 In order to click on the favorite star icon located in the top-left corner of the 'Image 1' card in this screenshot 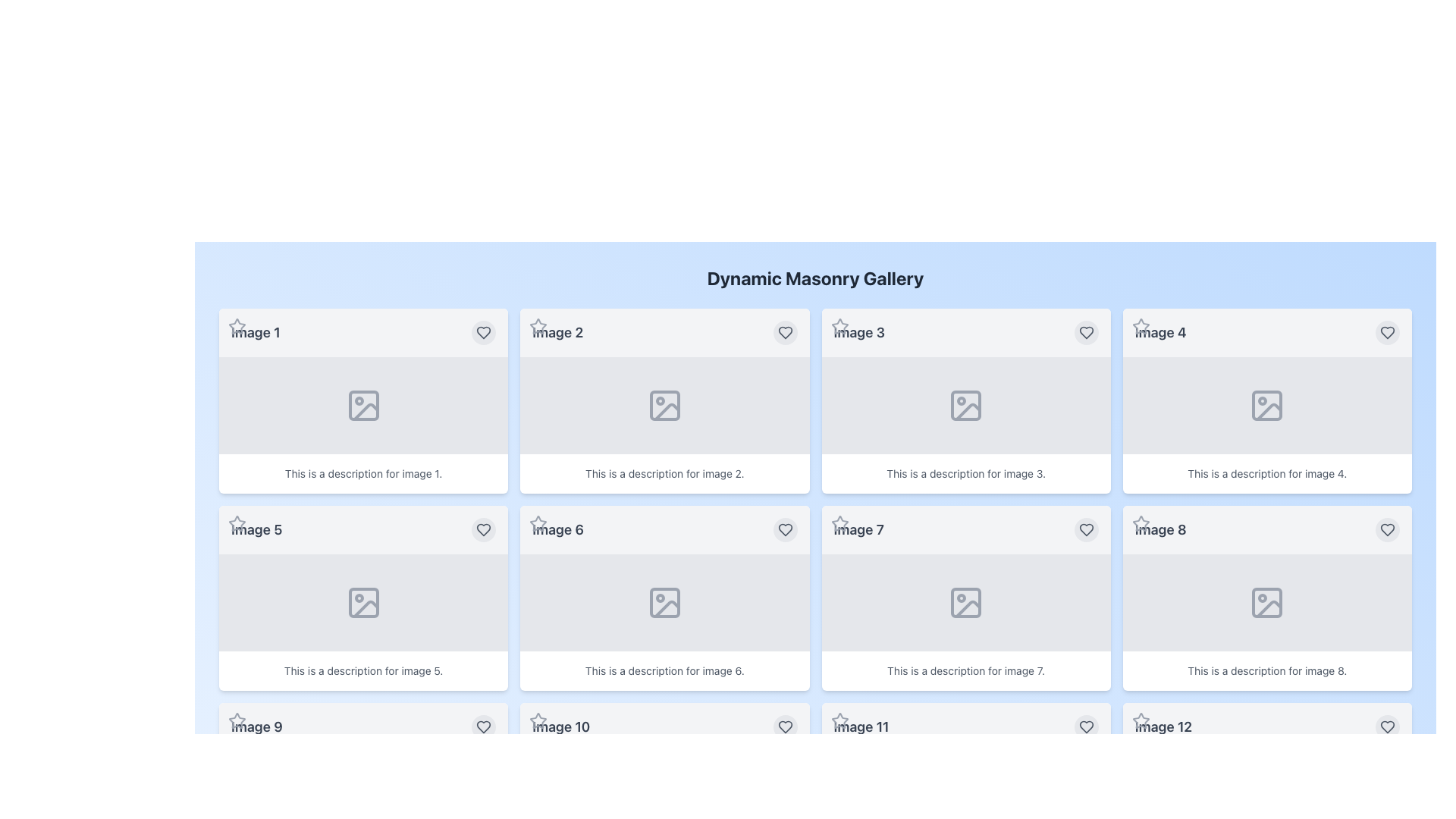, I will do `click(236, 326)`.